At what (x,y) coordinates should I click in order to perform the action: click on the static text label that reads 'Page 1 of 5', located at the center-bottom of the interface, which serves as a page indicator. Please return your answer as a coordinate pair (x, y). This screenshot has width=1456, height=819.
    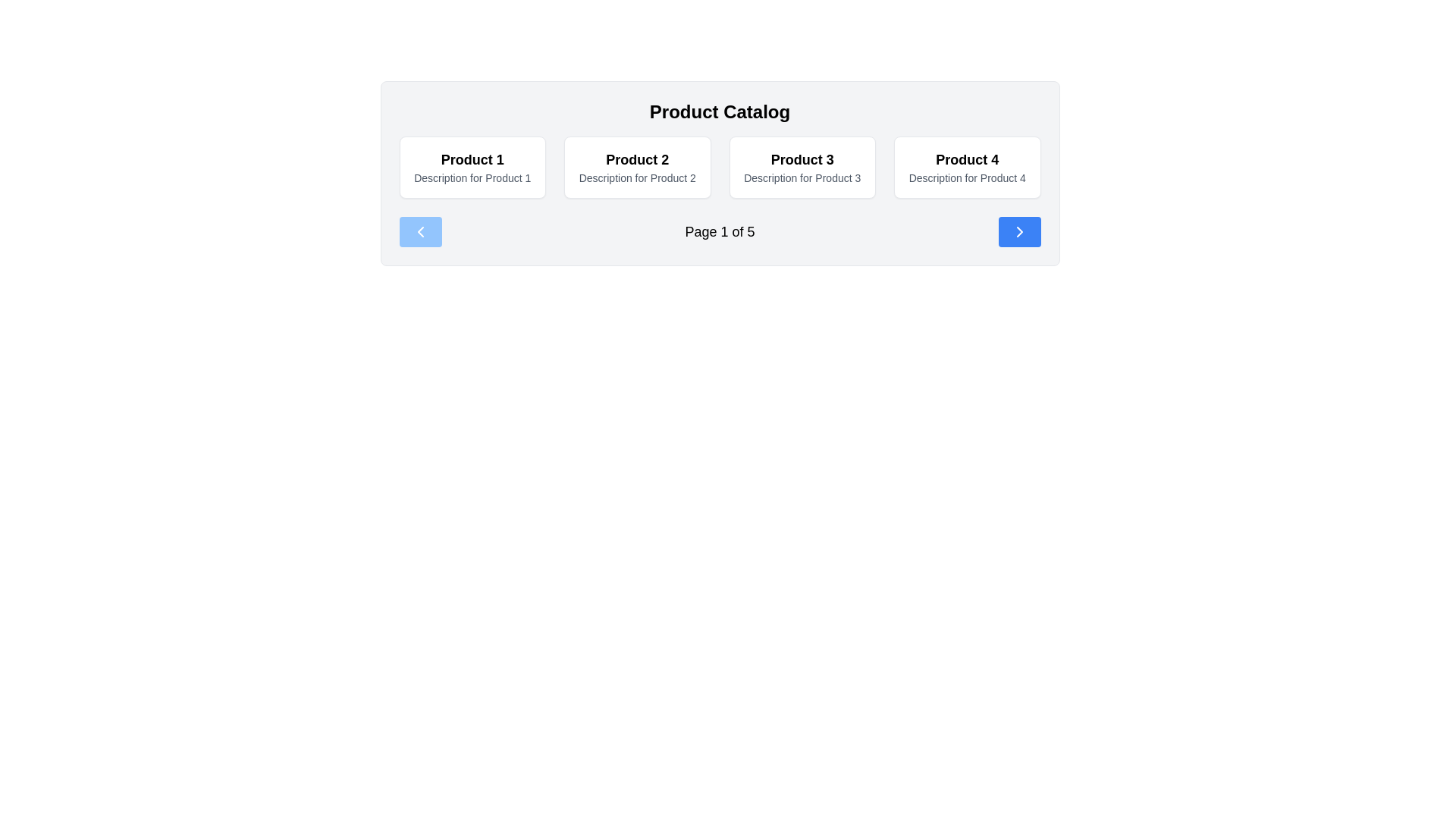
    Looking at the image, I should click on (719, 231).